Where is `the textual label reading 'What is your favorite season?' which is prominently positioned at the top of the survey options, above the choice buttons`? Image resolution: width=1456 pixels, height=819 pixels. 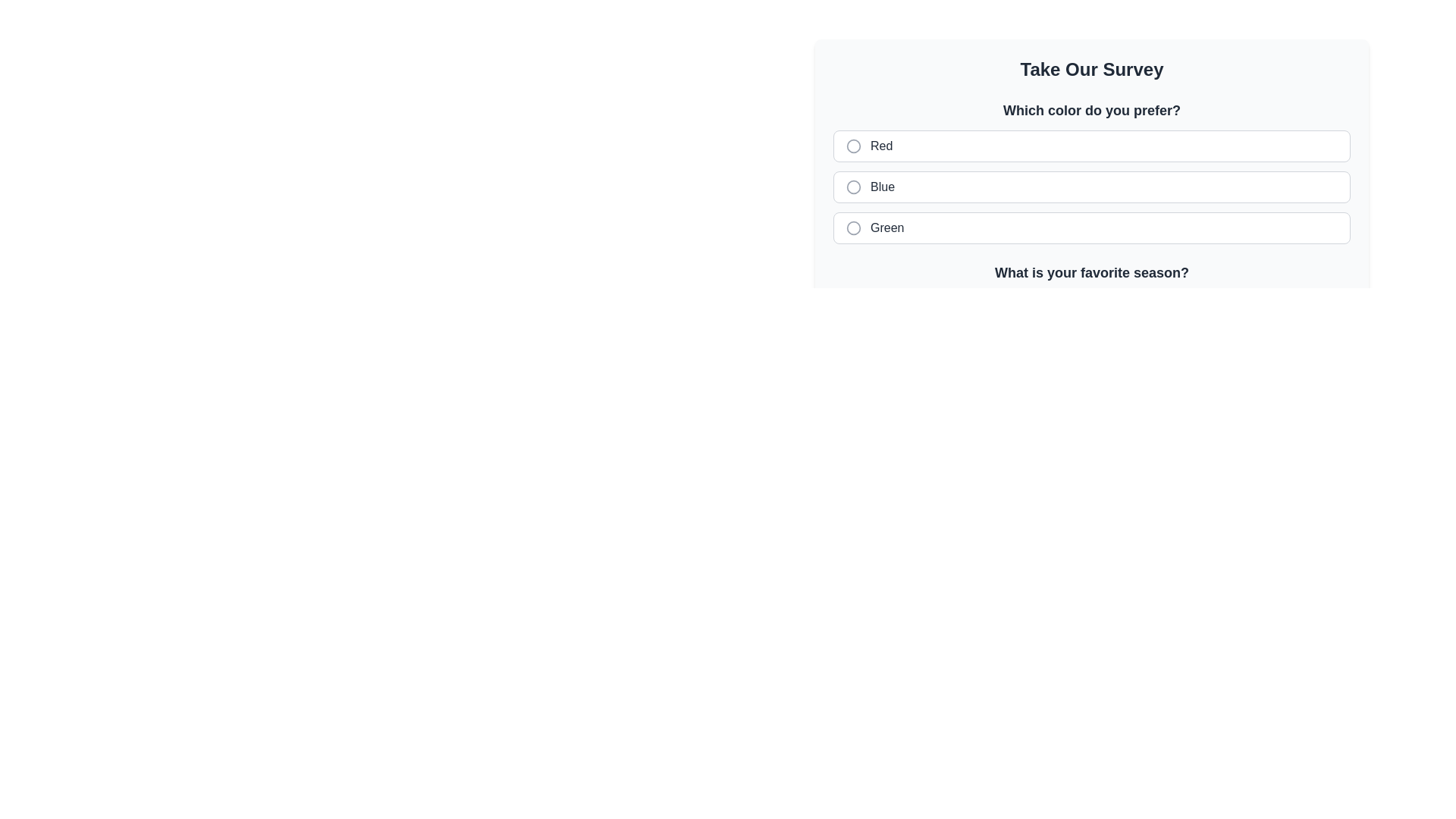
the textual label reading 'What is your favorite season?' which is prominently positioned at the top of the survey options, above the choice buttons is located at coordinates (1092, 271).